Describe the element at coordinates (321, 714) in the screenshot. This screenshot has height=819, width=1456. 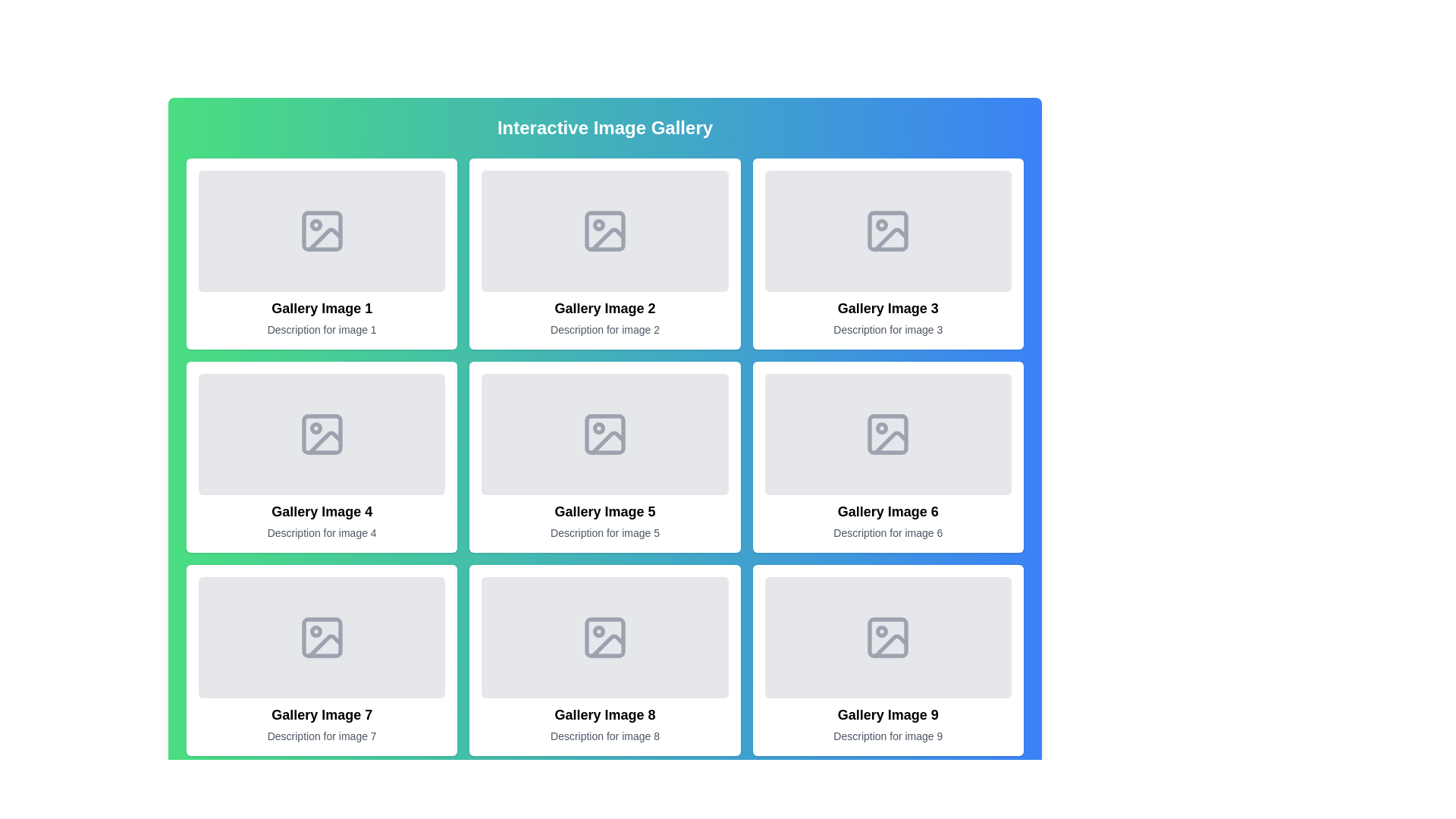
I see `text from the 'Gallery Image 7' label, which is a bold, large font title located in the first column of the third row in a 3x3 grid layout` at that location.